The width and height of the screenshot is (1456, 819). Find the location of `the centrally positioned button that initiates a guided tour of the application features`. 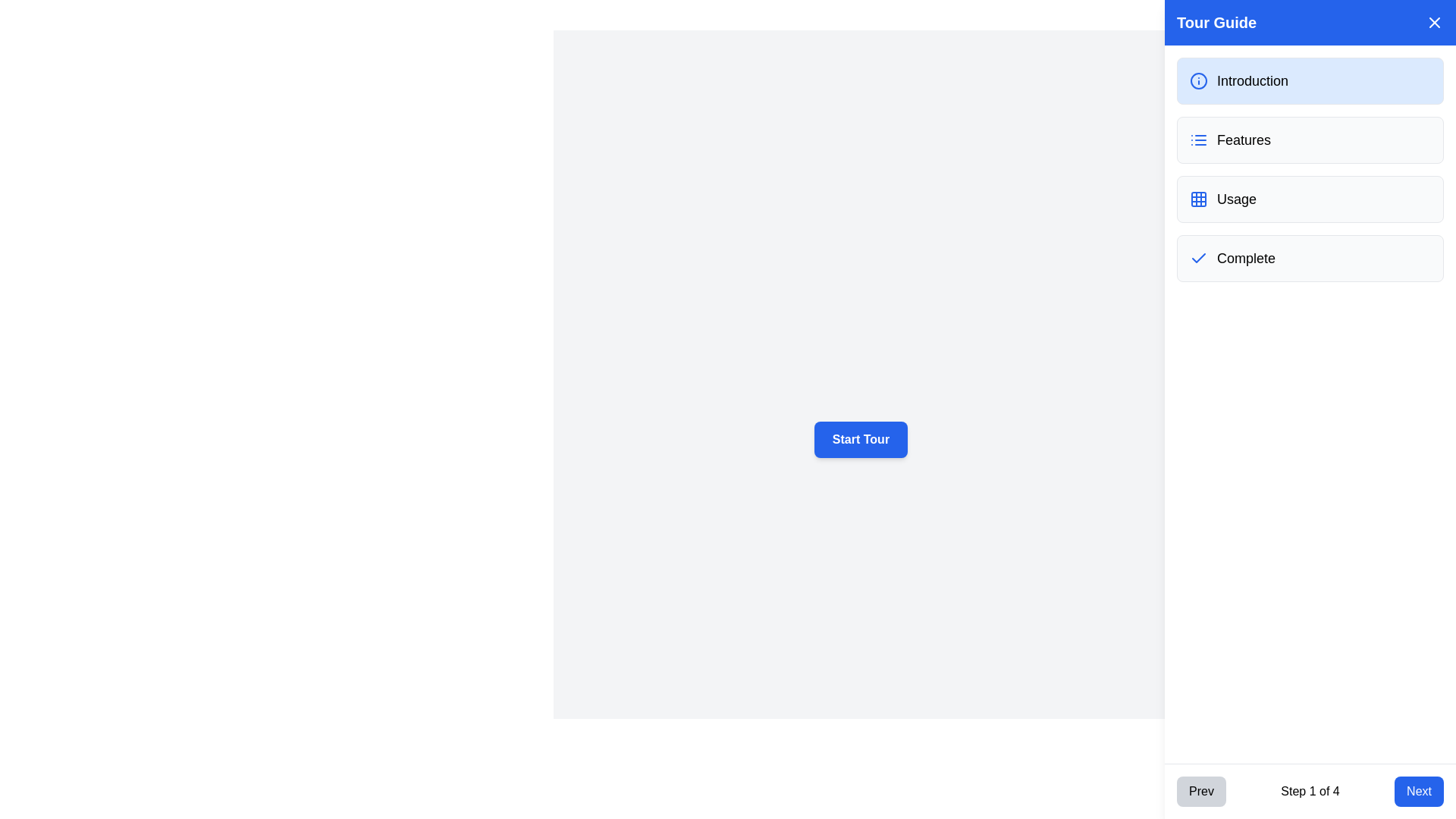

the centrally positioned button that initiates a guided tour of the application features is located at coordinates (860, 439).